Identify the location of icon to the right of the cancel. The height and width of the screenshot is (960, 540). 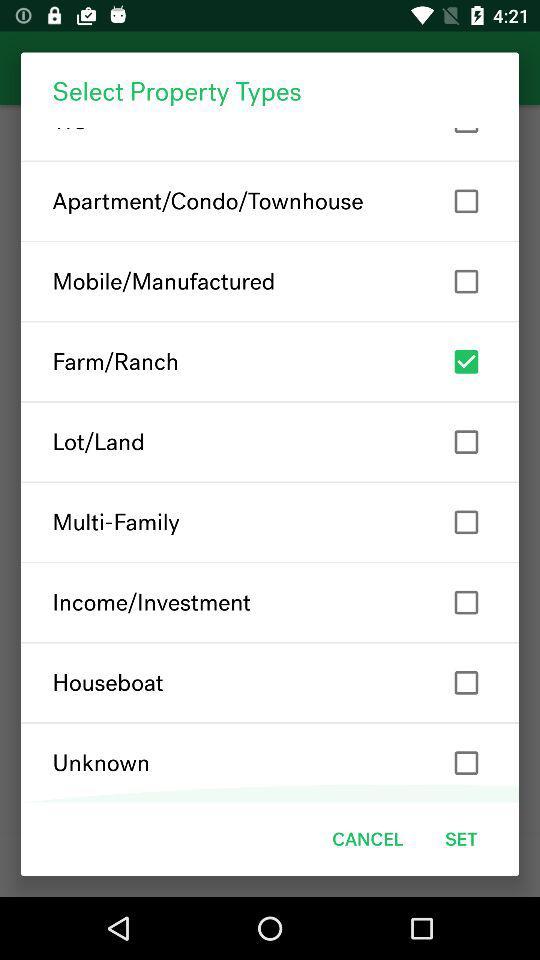
(461, 839).